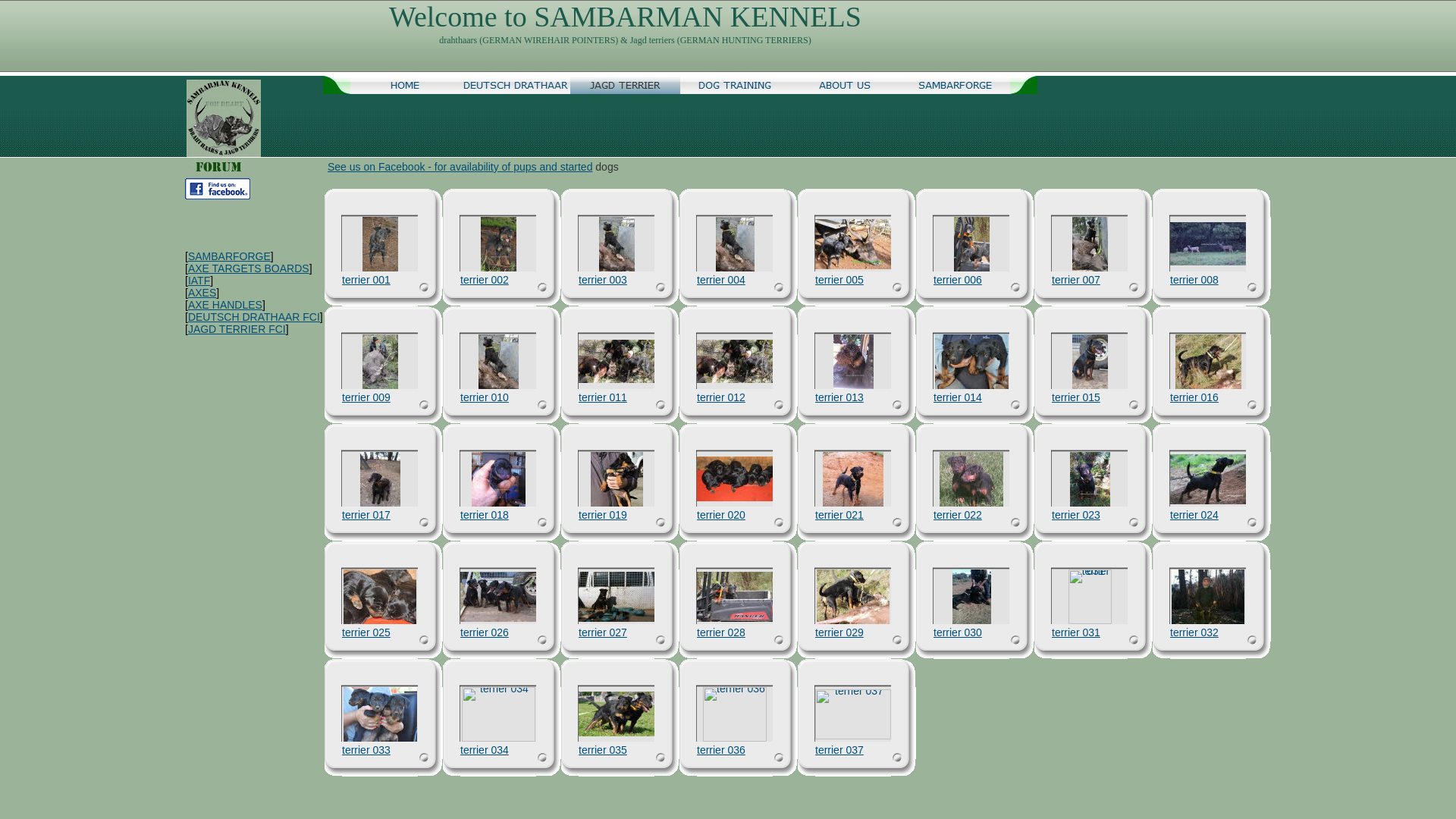 Image resolution: width=1456 pixels, height=819 pixels. Describe the element at coordinates (224, 304) in the screenshot. I see `'AXE HANDLES'` at that location.